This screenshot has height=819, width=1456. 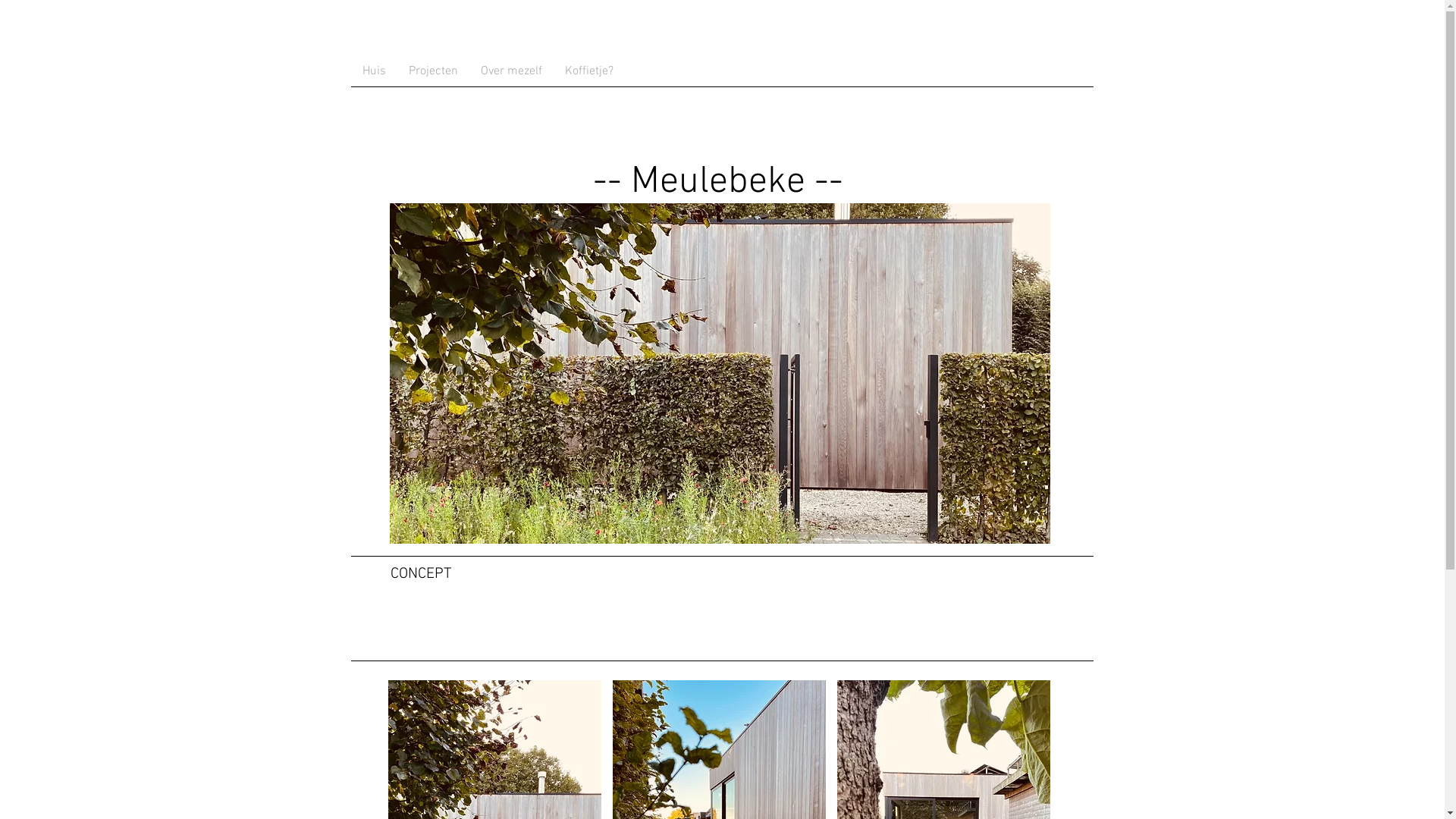 I want to click on 'Over mezelf', so click(x=510, y=71).